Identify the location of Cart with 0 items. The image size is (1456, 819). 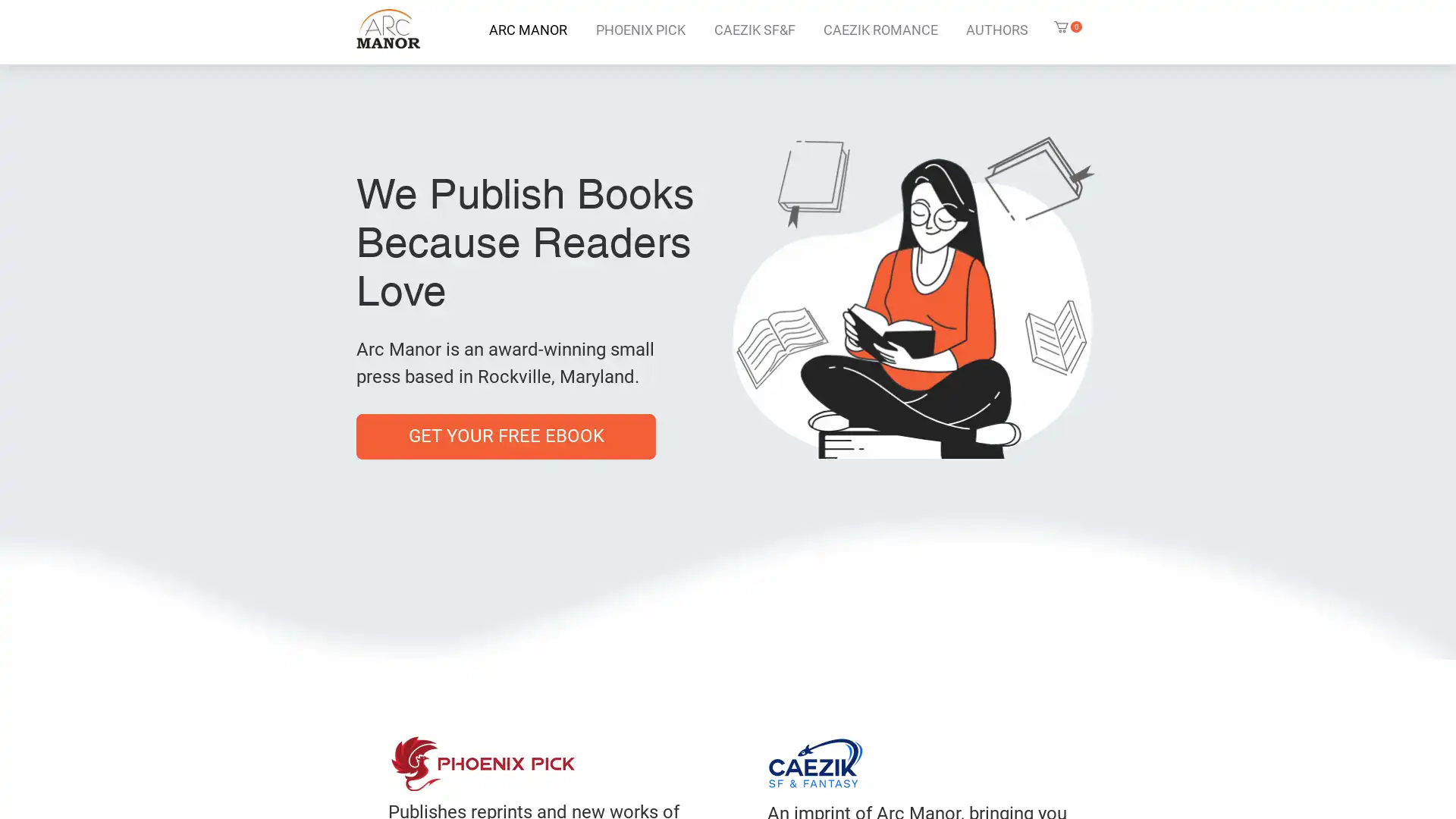
(1067, 27).